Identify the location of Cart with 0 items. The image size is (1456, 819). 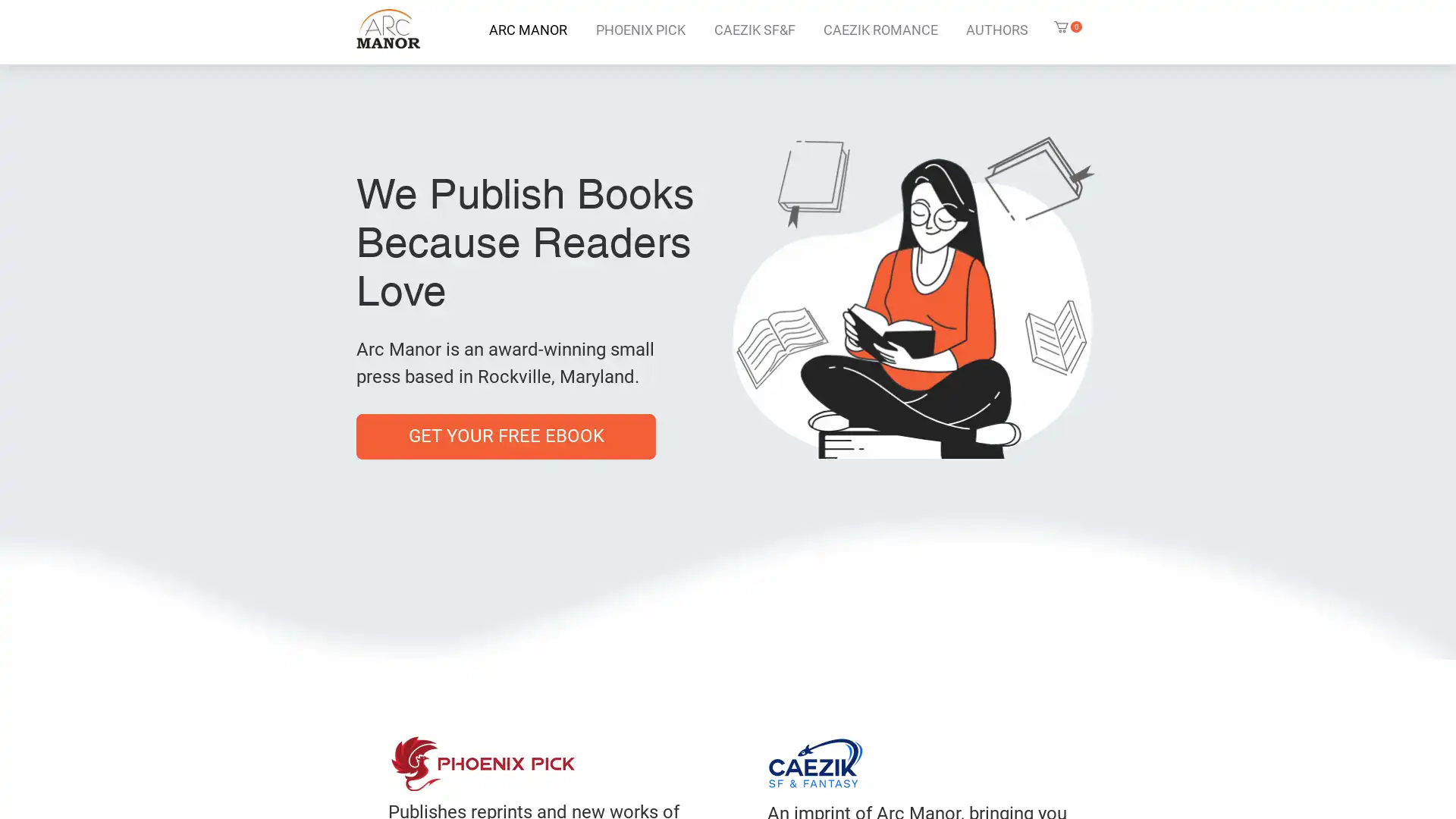
(1067, 27).